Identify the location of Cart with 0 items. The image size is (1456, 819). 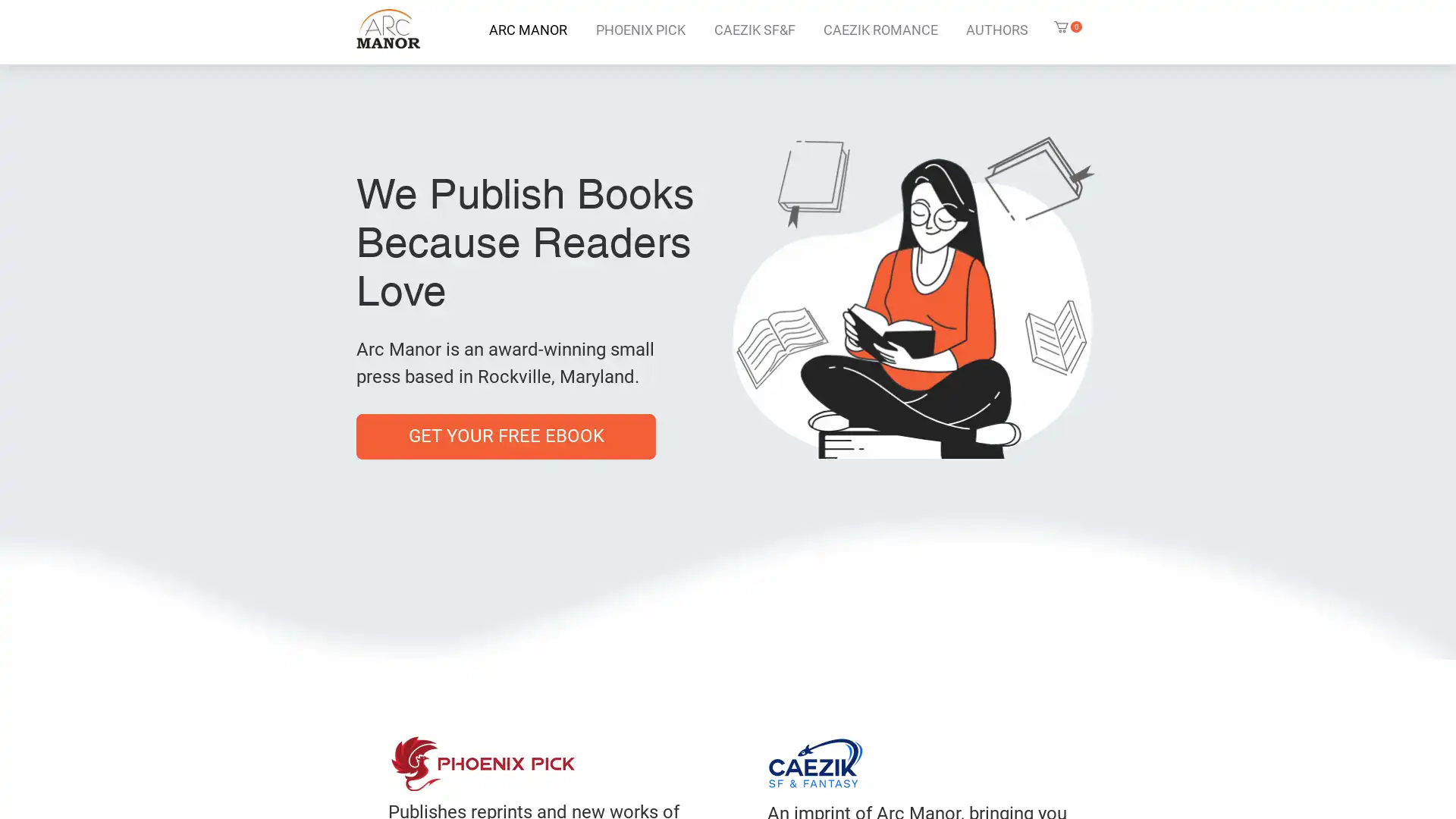
(1067, 27).